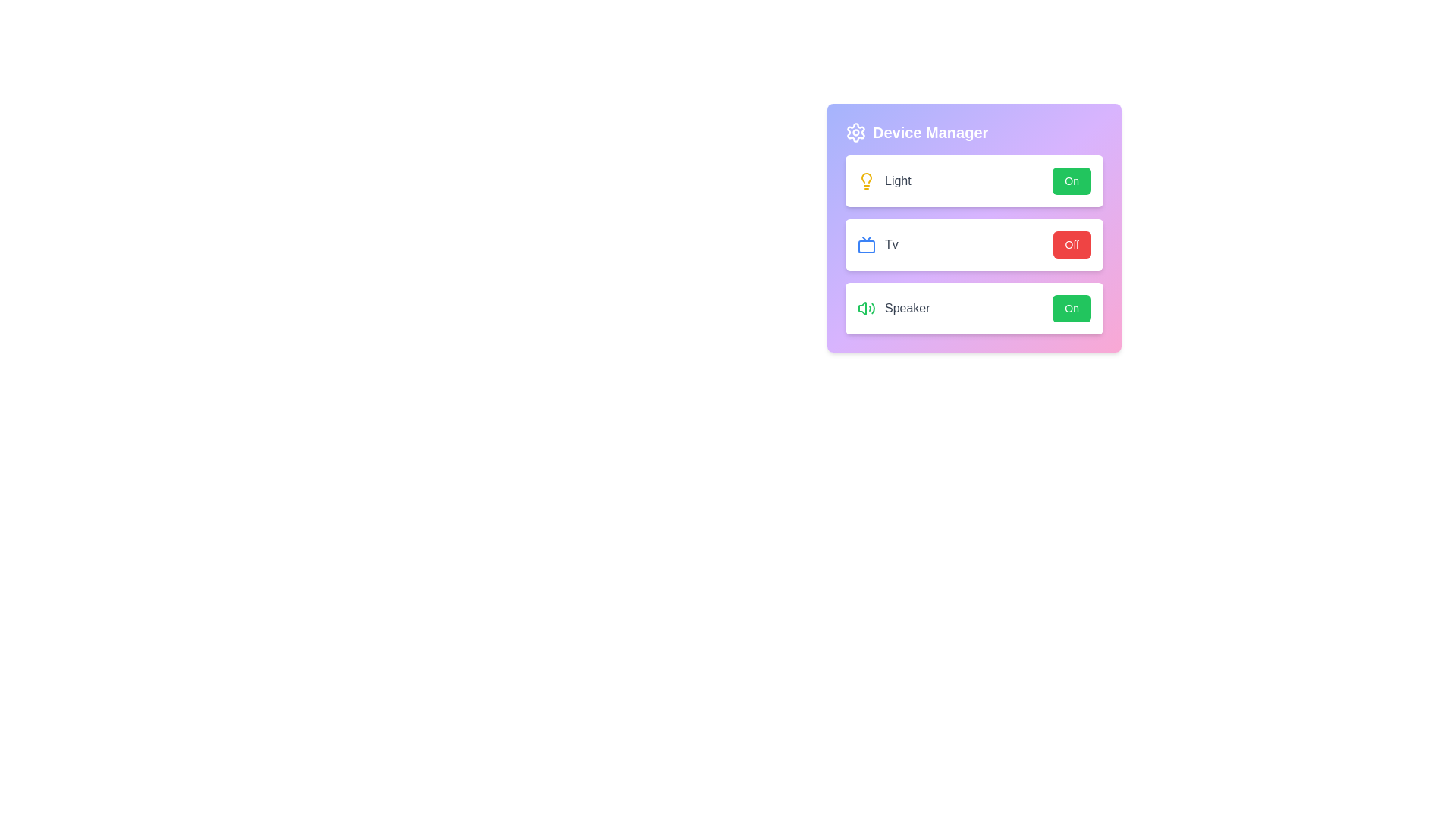 The width and height of the screenshot is (1456, 819). Describe the element at coordinates (855, 131) in the screenshot. I see `the settings icon to observe its details` at that location.